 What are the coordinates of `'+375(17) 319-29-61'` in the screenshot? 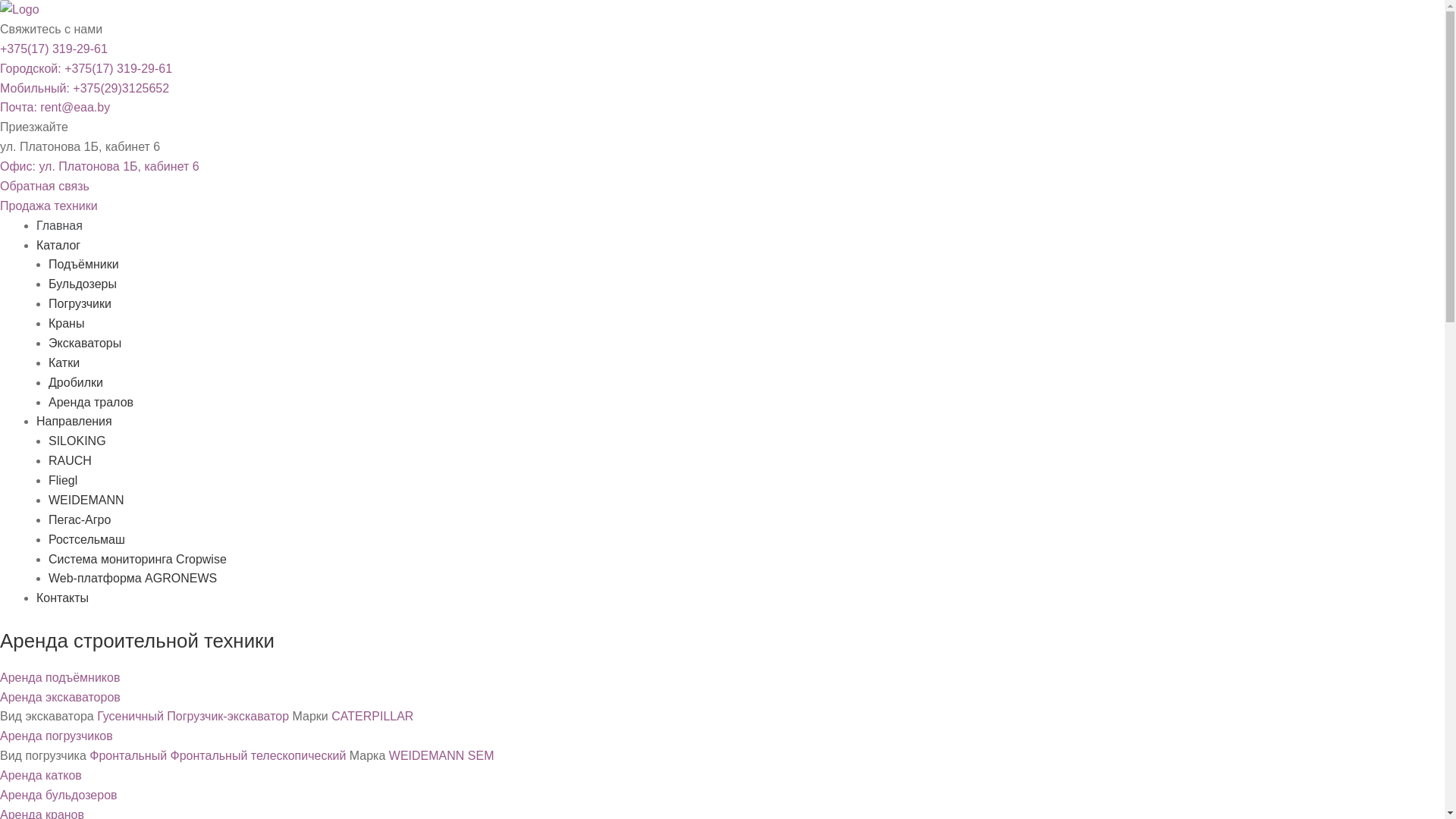 It's located at (54, 48).